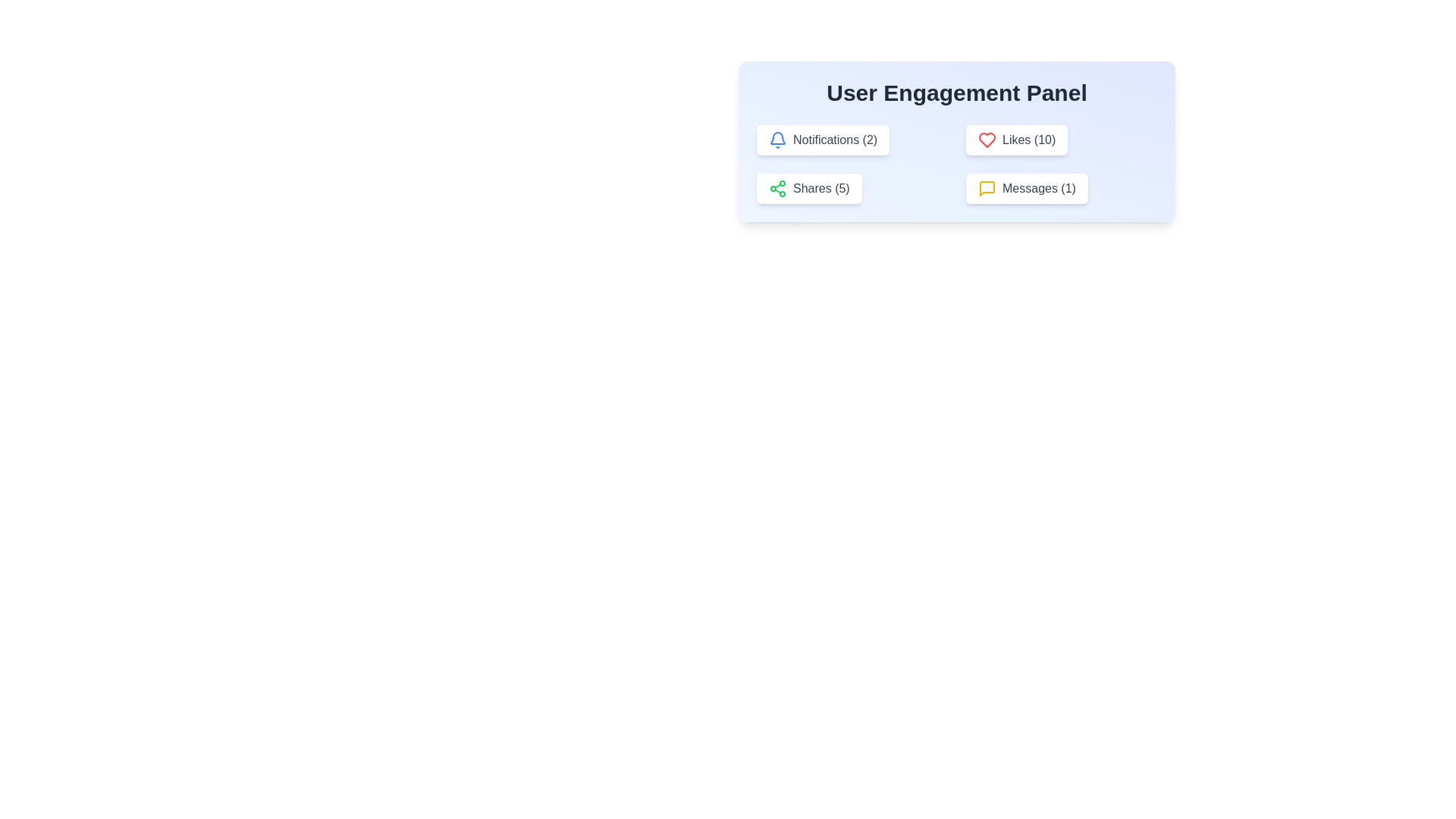 The height and width of the screenshot is (819, 1456). Describe the element at coordinates (1038, 188) in the screenshot. I see `the 'Messages' text label that indicates unread messages, located in the bottom-right cell of the User Engagement Panel, next to a yellow speech bubble icon` at that location.